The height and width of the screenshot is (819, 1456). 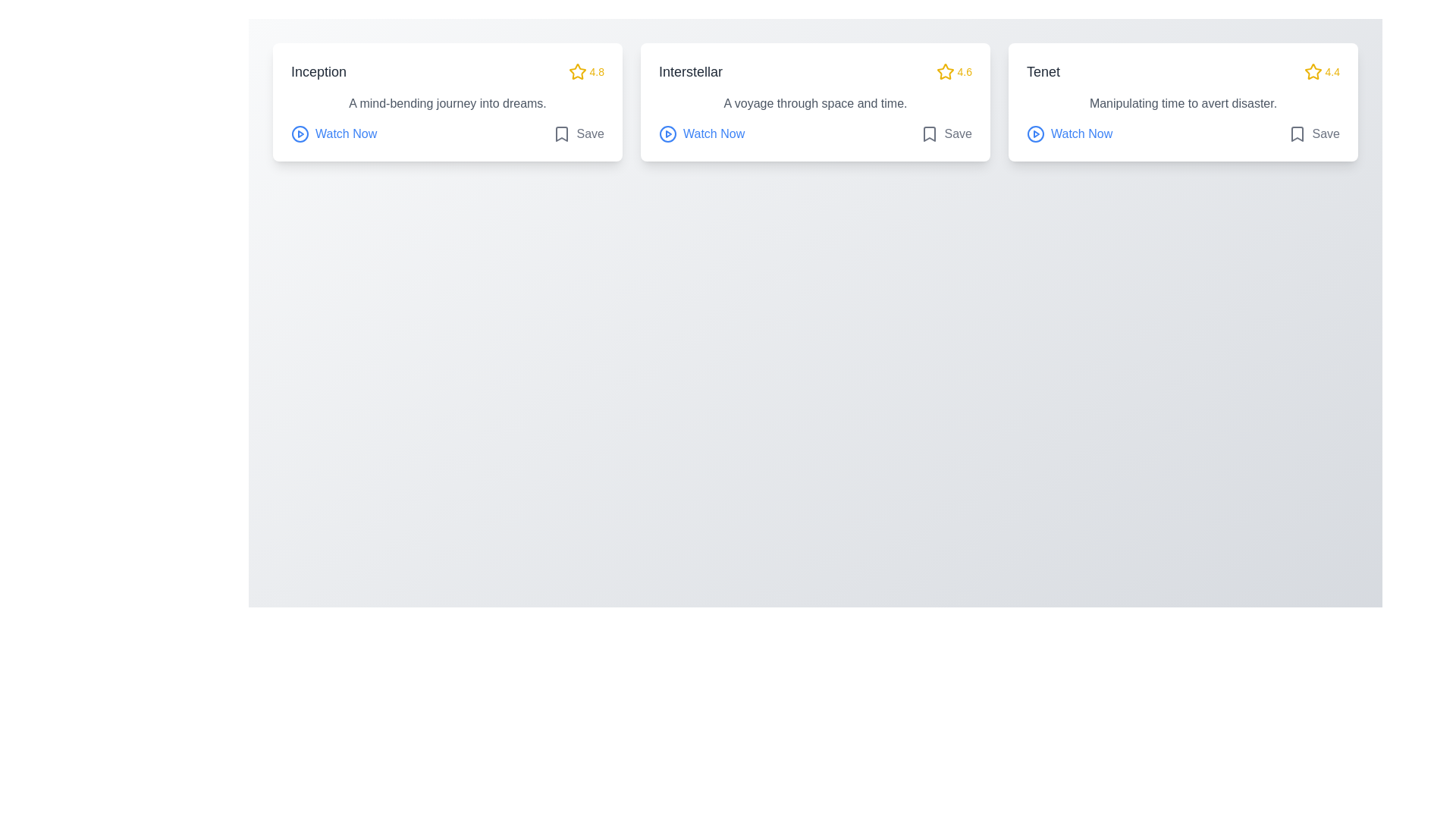 What do you see at coordinates (1312, 71) in the screenshot?
I see `the star-shaped rating icon with a golden yellow border located at the top right corner of the card for the movie 'Tenet'` at bounding box center [1312, 71].